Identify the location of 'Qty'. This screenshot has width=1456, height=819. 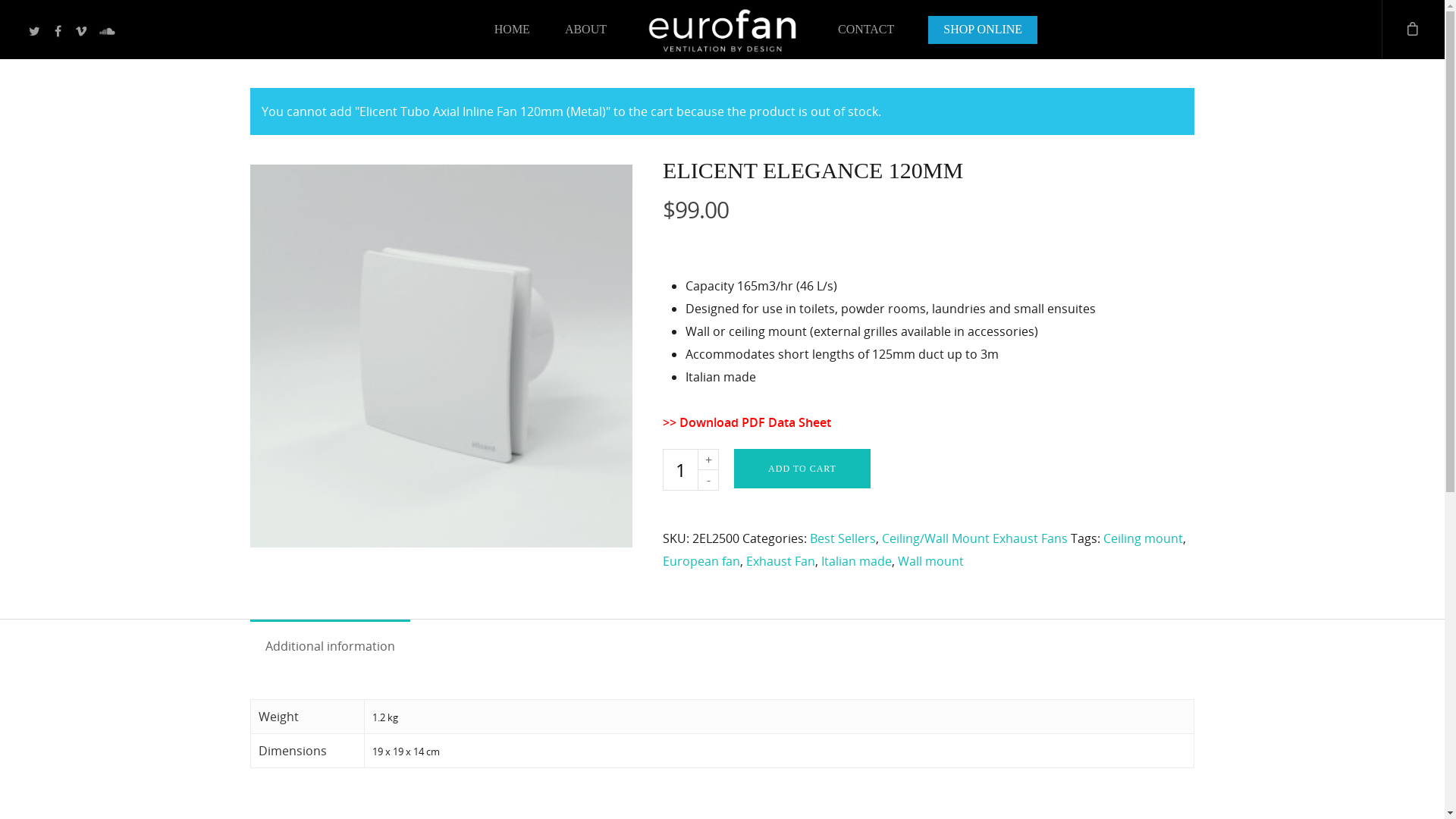
(679, 469).